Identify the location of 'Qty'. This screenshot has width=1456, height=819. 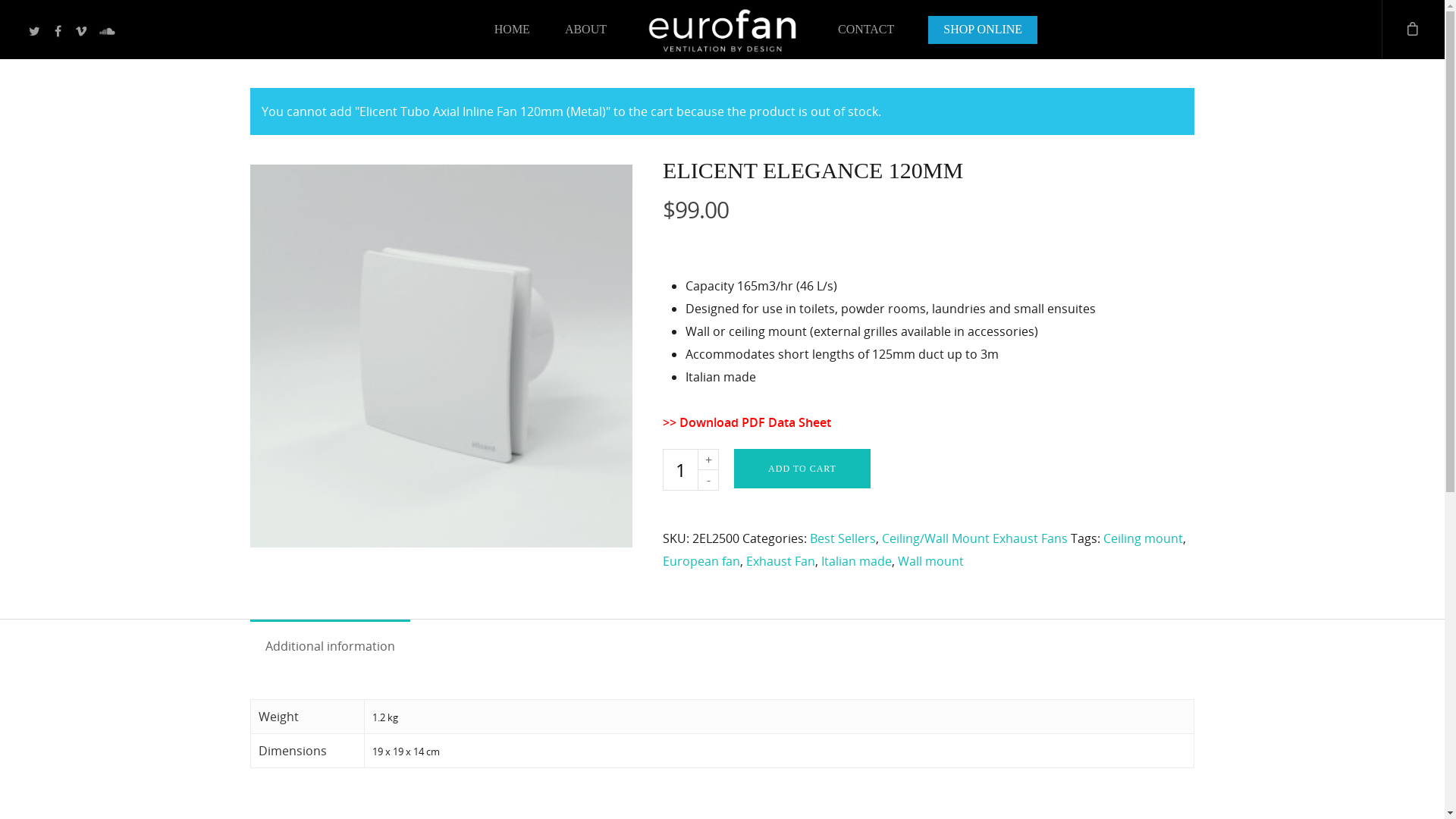
(679, 469).